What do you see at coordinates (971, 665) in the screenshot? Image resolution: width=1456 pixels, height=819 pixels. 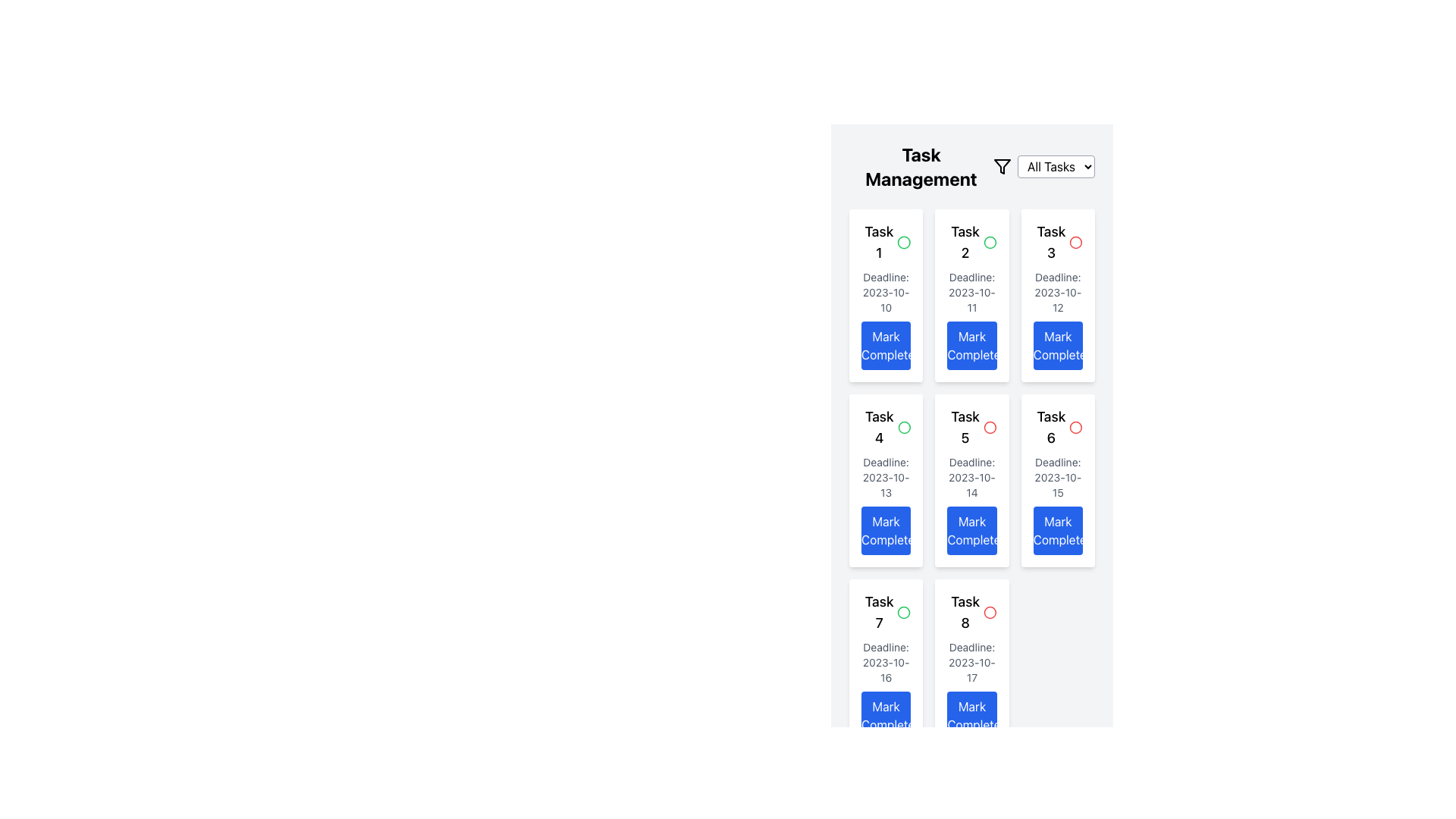 I see `task details from the card titled 'Task 8' located in the bottom-right corner of the task list view` at bounding box center [971, 665].